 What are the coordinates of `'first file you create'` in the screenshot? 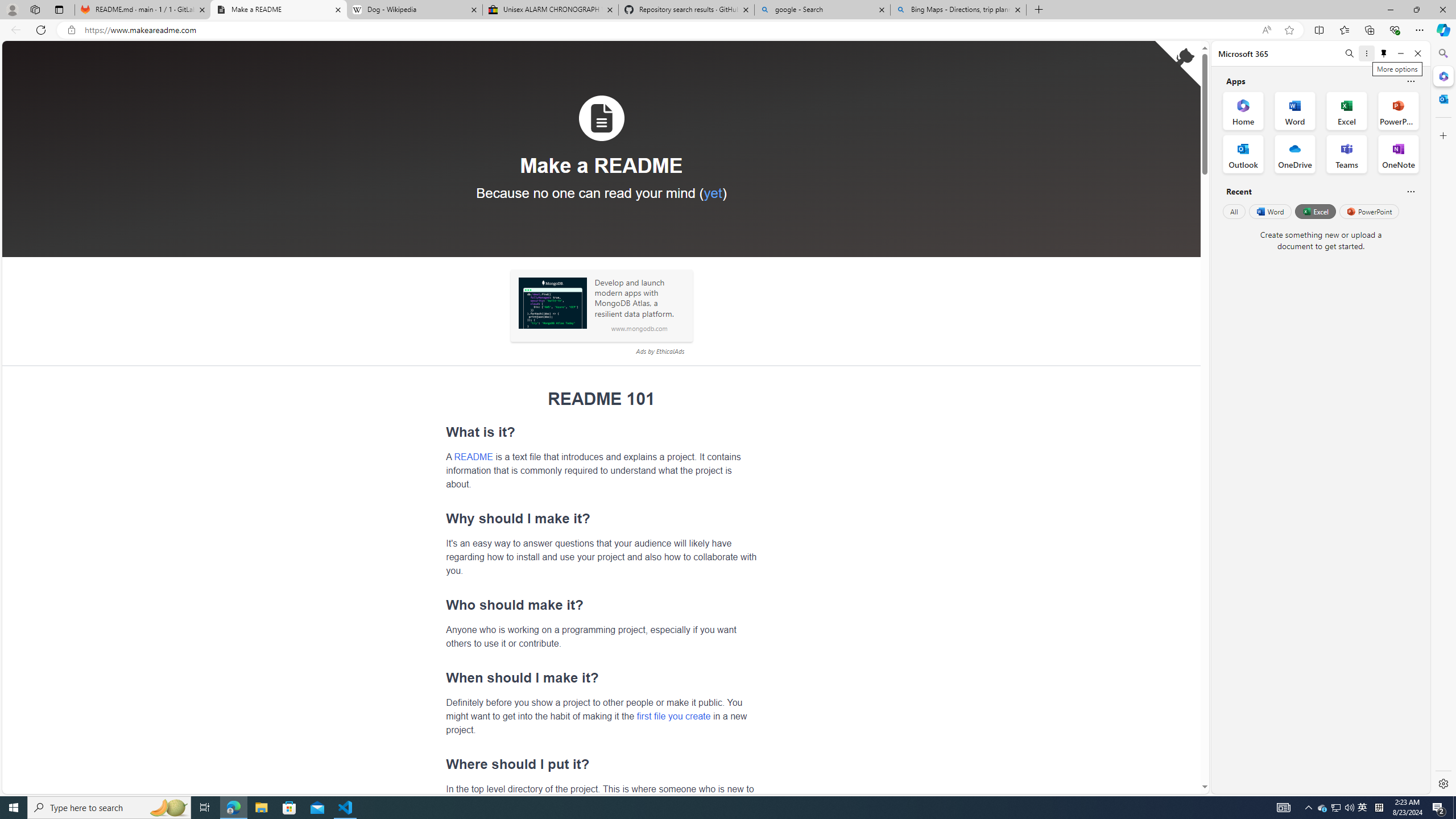 It's located at (673, 716).